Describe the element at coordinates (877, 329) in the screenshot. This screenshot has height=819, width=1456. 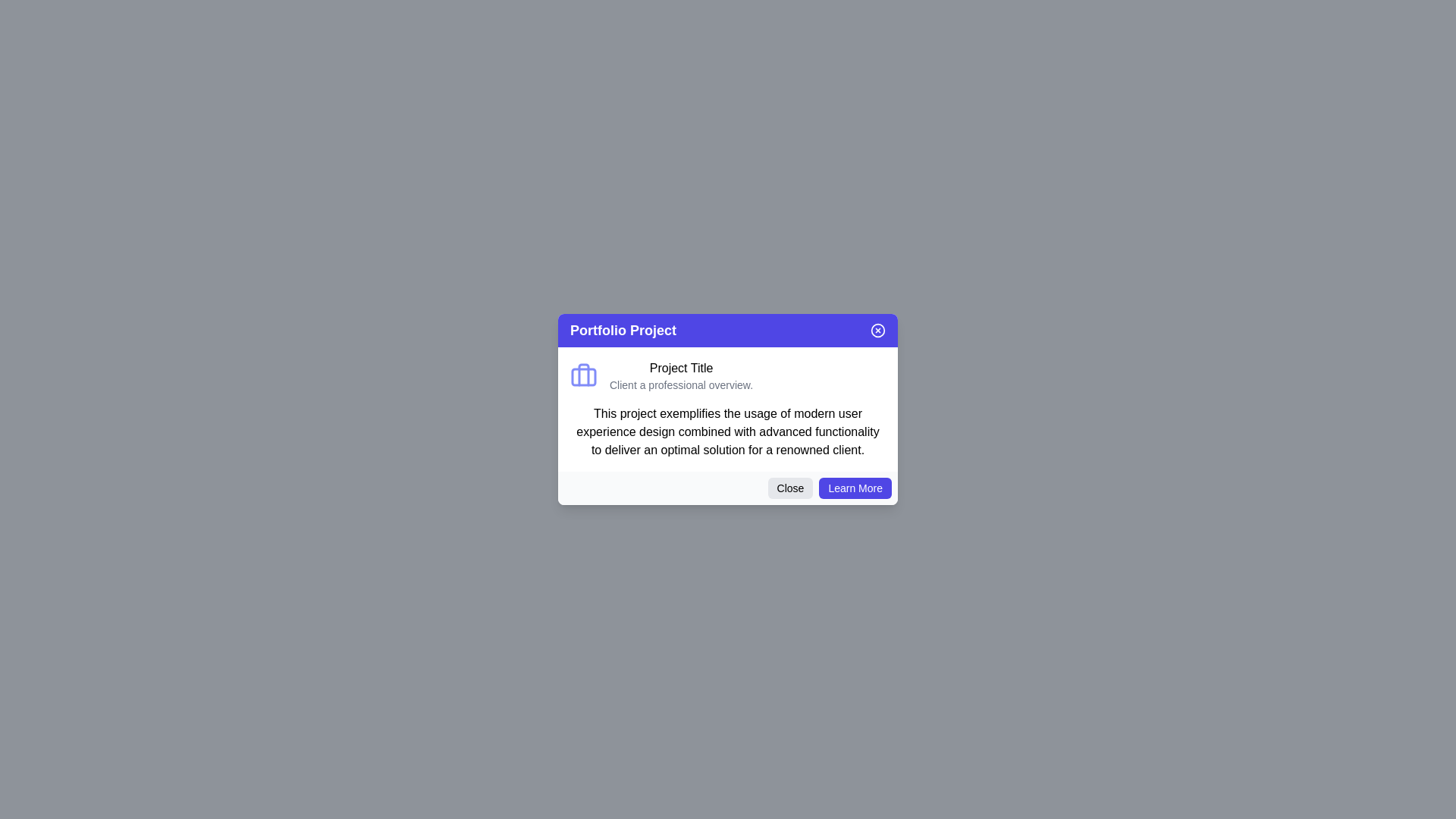
I see `the close button located at the far-right end of the blue header in the dialog box` at that location.